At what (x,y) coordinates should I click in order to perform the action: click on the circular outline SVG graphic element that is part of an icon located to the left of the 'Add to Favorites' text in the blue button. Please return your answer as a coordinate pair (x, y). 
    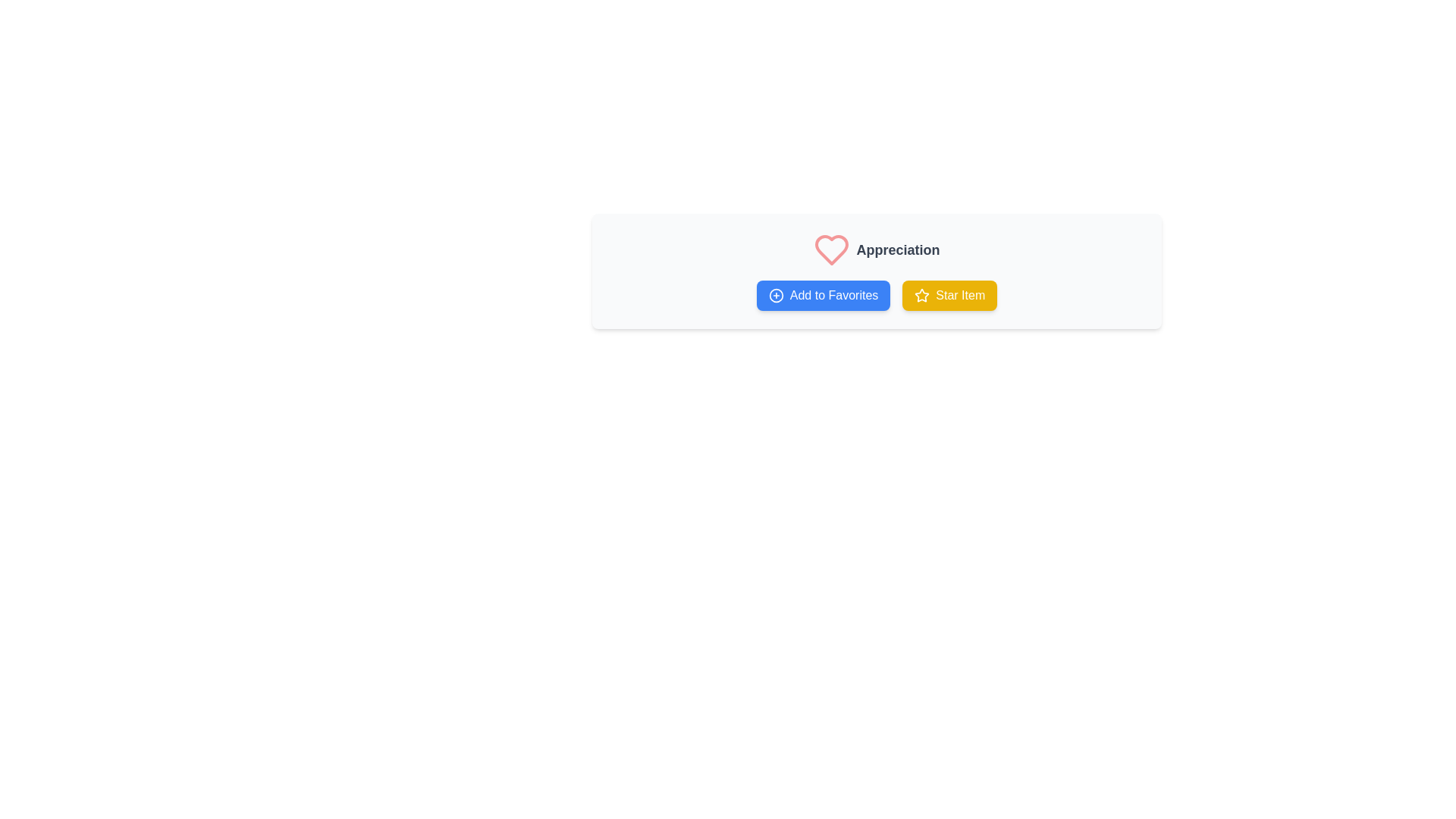
    Looking at the image, I should click on (776, 295).